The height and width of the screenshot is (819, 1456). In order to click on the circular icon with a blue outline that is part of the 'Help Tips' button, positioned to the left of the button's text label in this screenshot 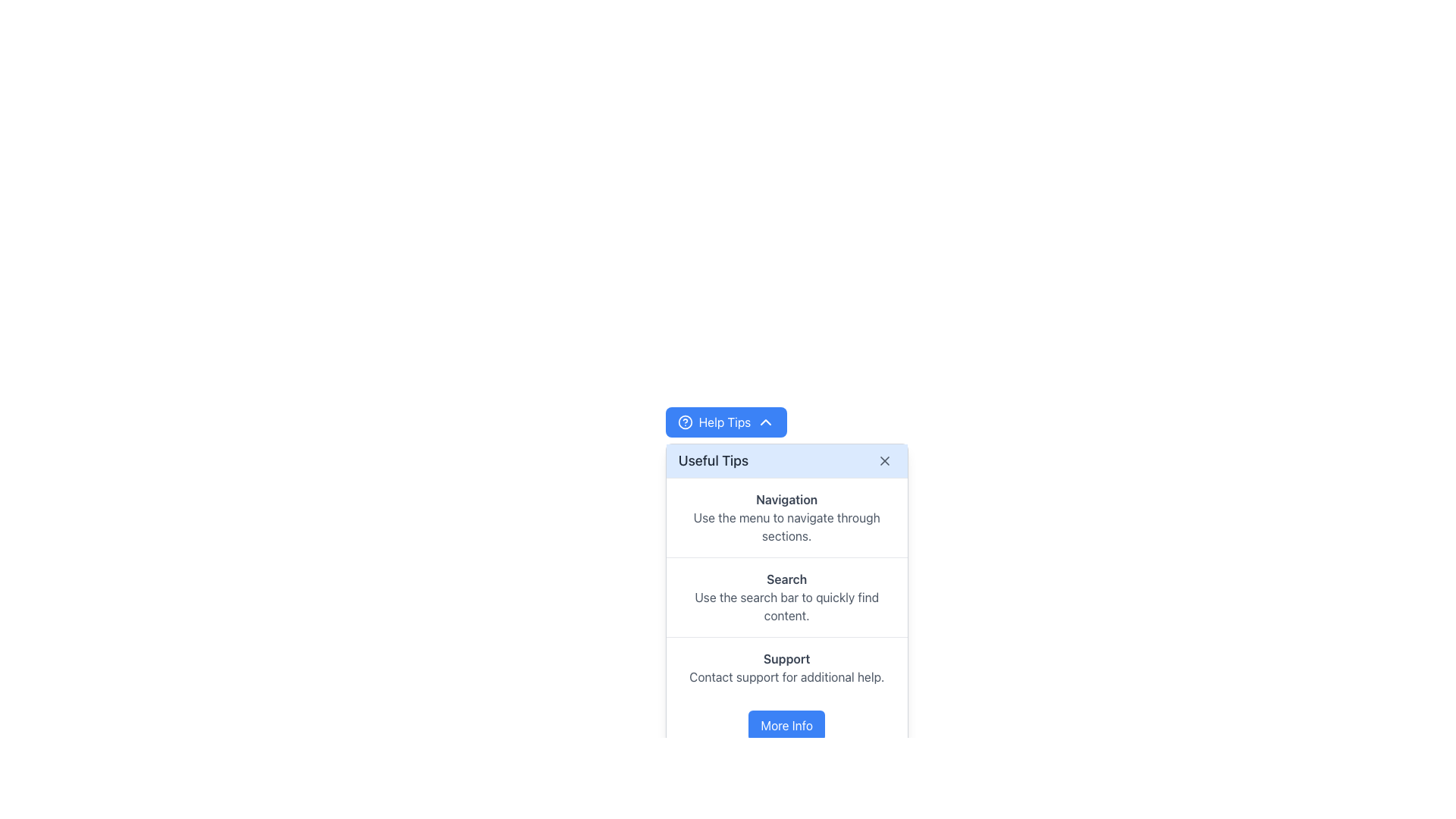, I will do `click(684, 422)`.